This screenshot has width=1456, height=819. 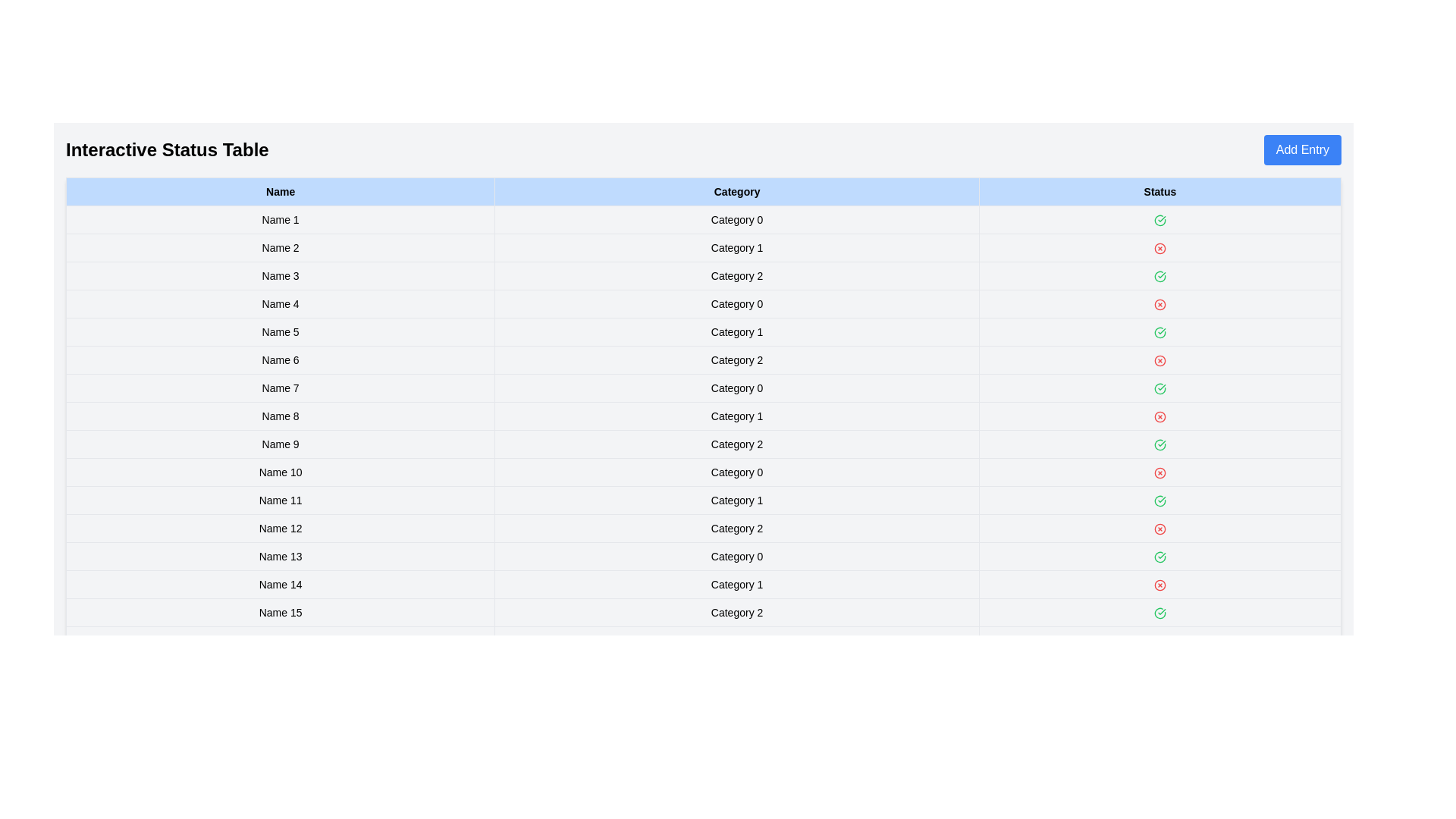 What do you see at coordinates (1301, 149) in the screenshot?
I see `the 'Add Entry' button to initiate the add entry process` at bounding box center [1301, 149].